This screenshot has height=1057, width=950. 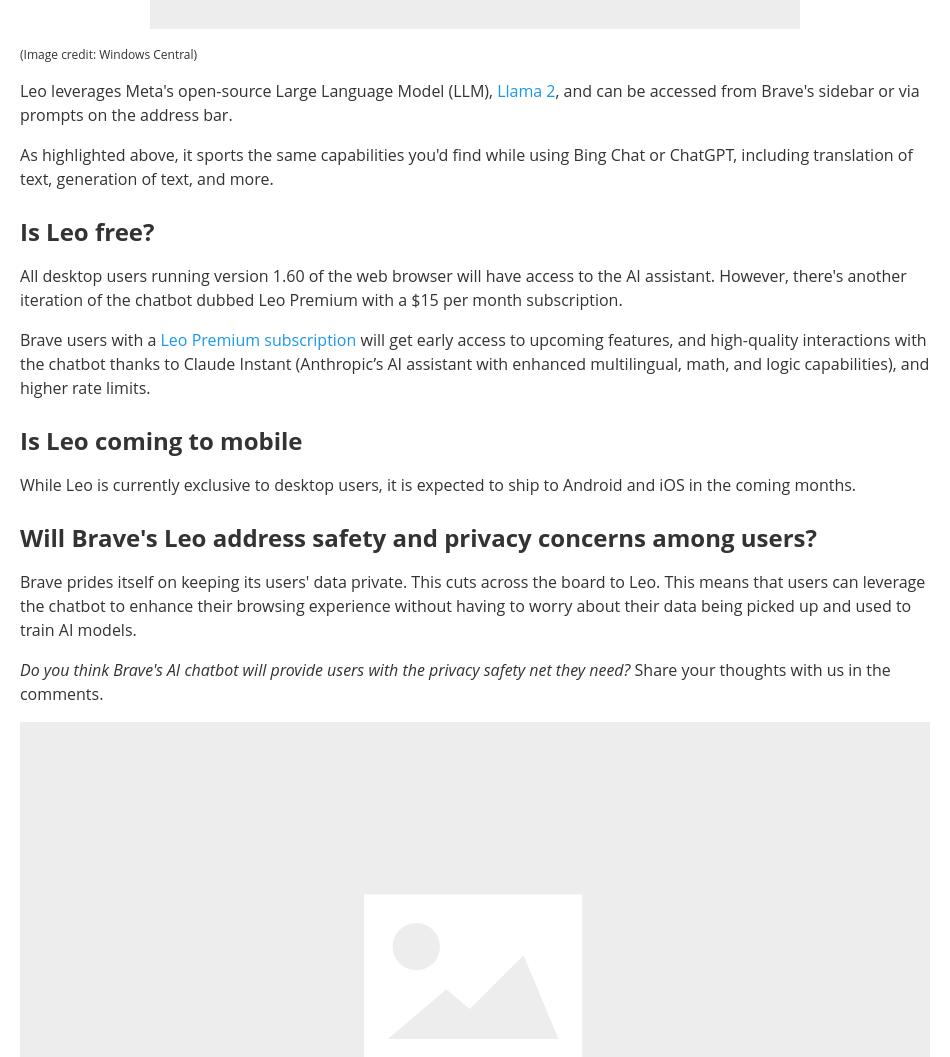 I want to click on '(Image credit: Windows Central)', so click(x=20, y=54).